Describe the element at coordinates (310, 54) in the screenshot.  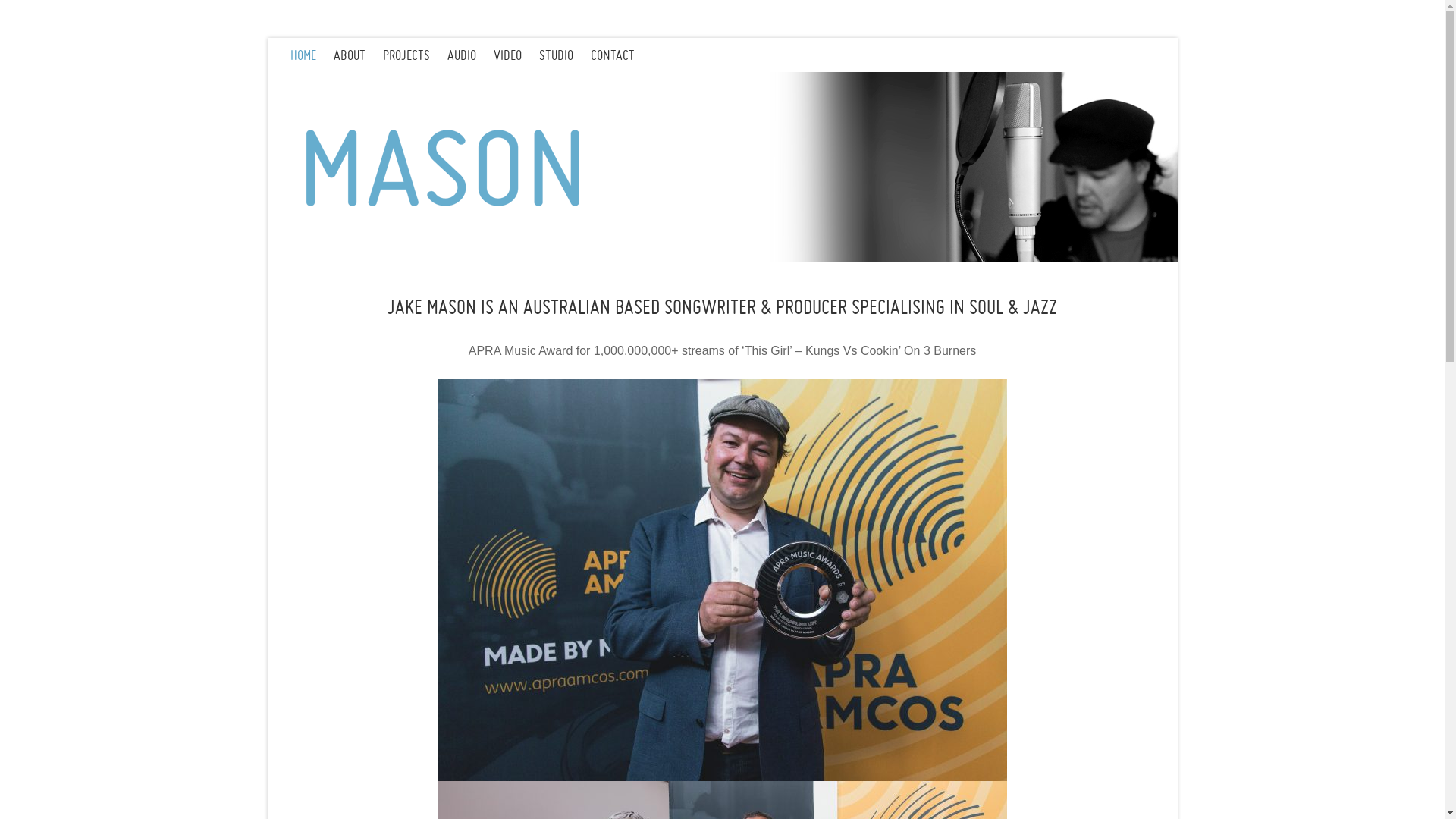
I see `'HOME'` at that location.